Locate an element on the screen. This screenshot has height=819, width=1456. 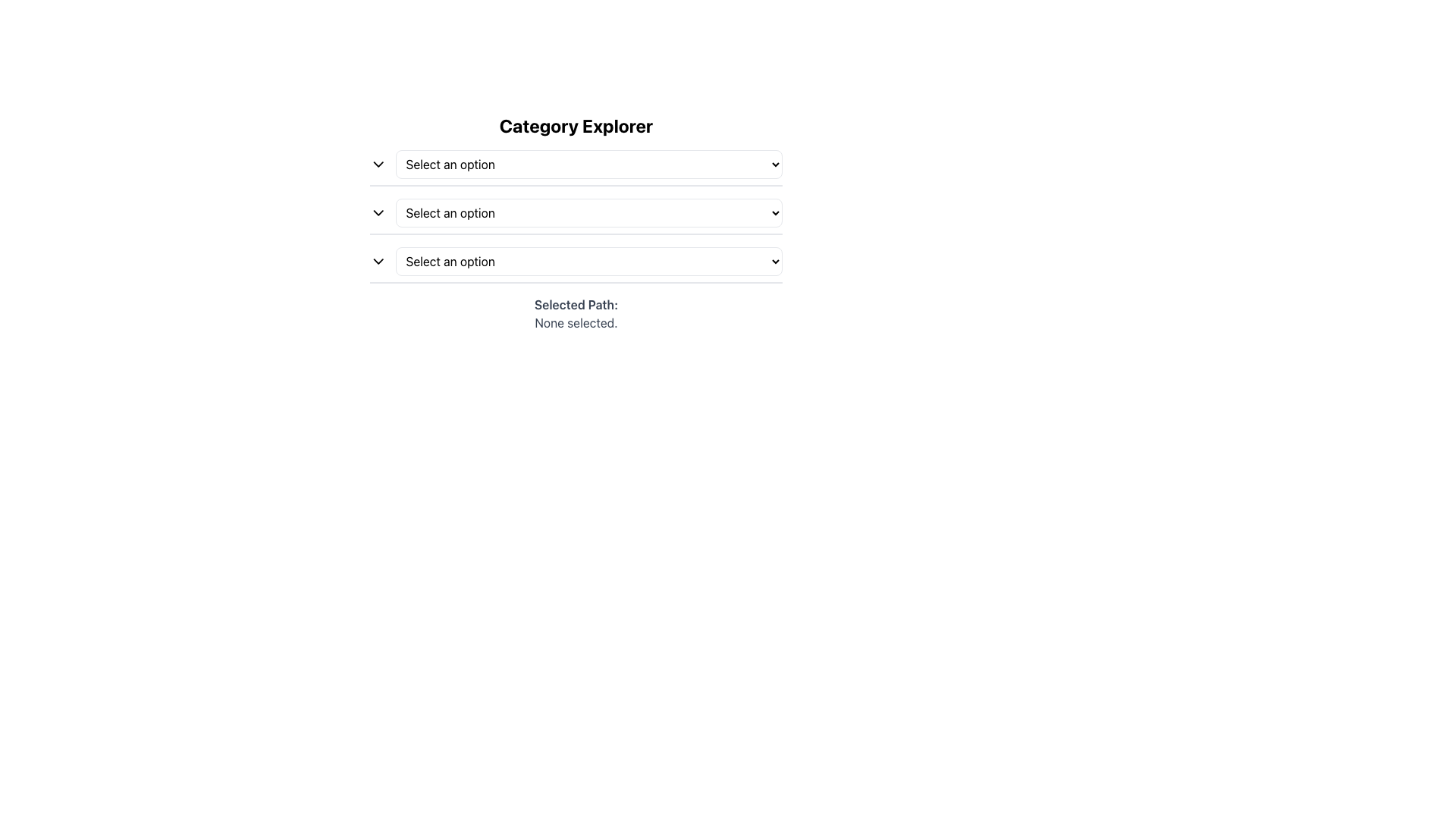
the second dropdown menu labeled 'Select an option' in the 'Category Explorer' section is located at coordinates (588, 213).